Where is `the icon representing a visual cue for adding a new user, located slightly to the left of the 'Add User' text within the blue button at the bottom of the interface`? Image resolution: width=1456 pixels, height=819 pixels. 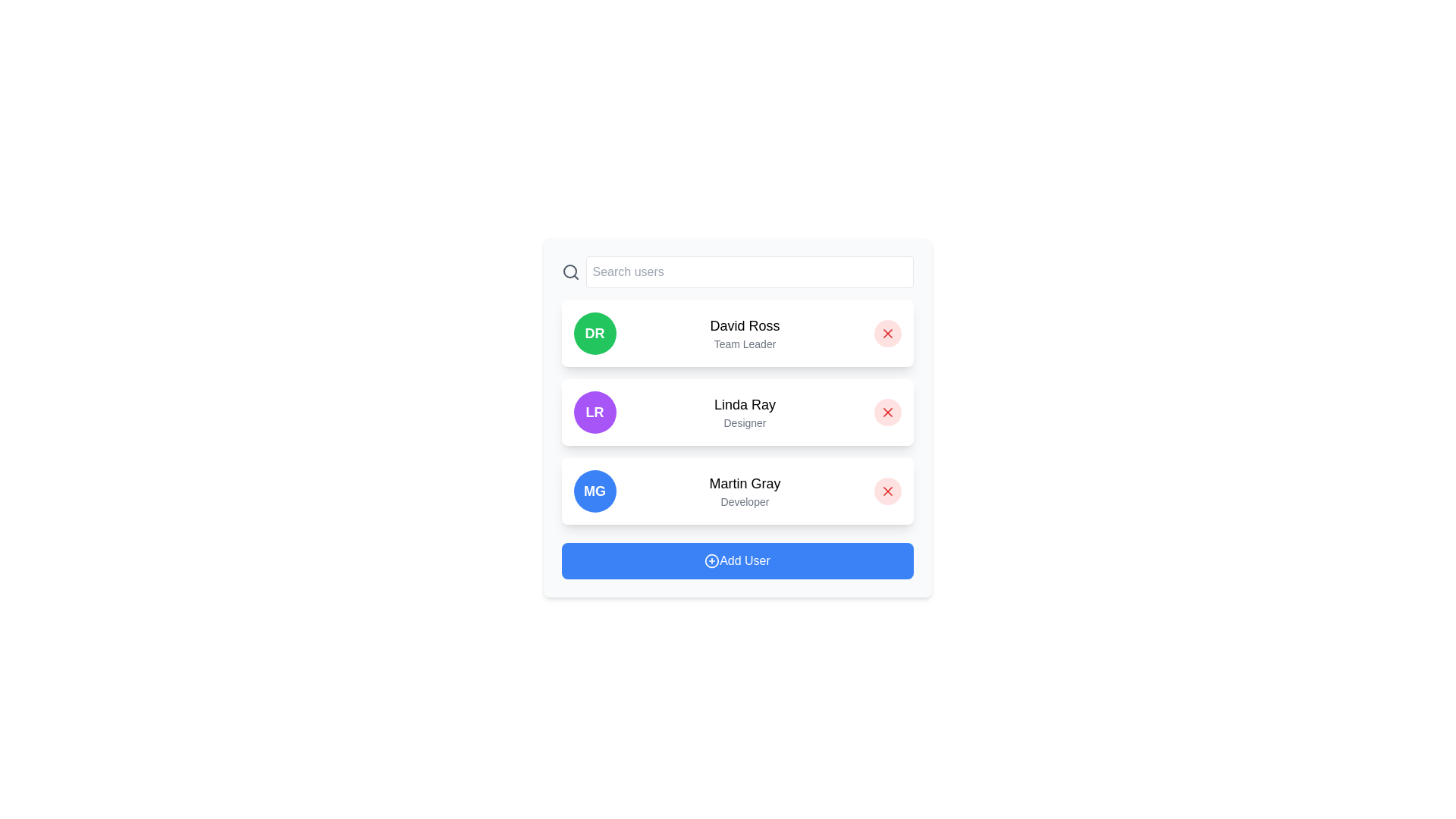 the icon representing a visual cue for adding a new user, located slightly to the left of the 'Add User' text within the blue button at the bottom of the interface is located at coordinates (711, 561).